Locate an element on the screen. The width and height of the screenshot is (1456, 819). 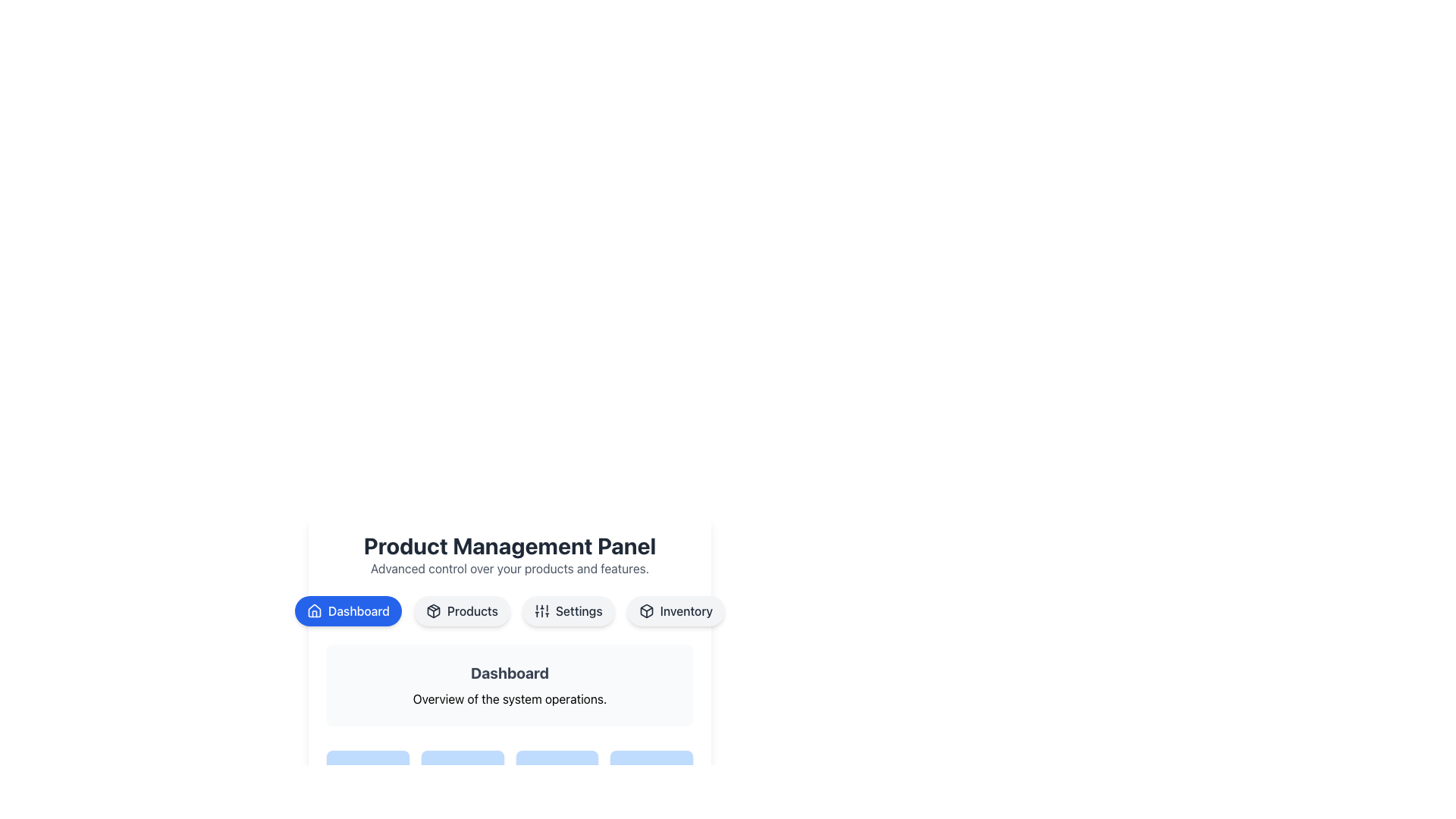
the static text reading 'Advanced control over your products and features.' which is located beneath the 'Product Management Panel' title is located at coordinates (510, 568).